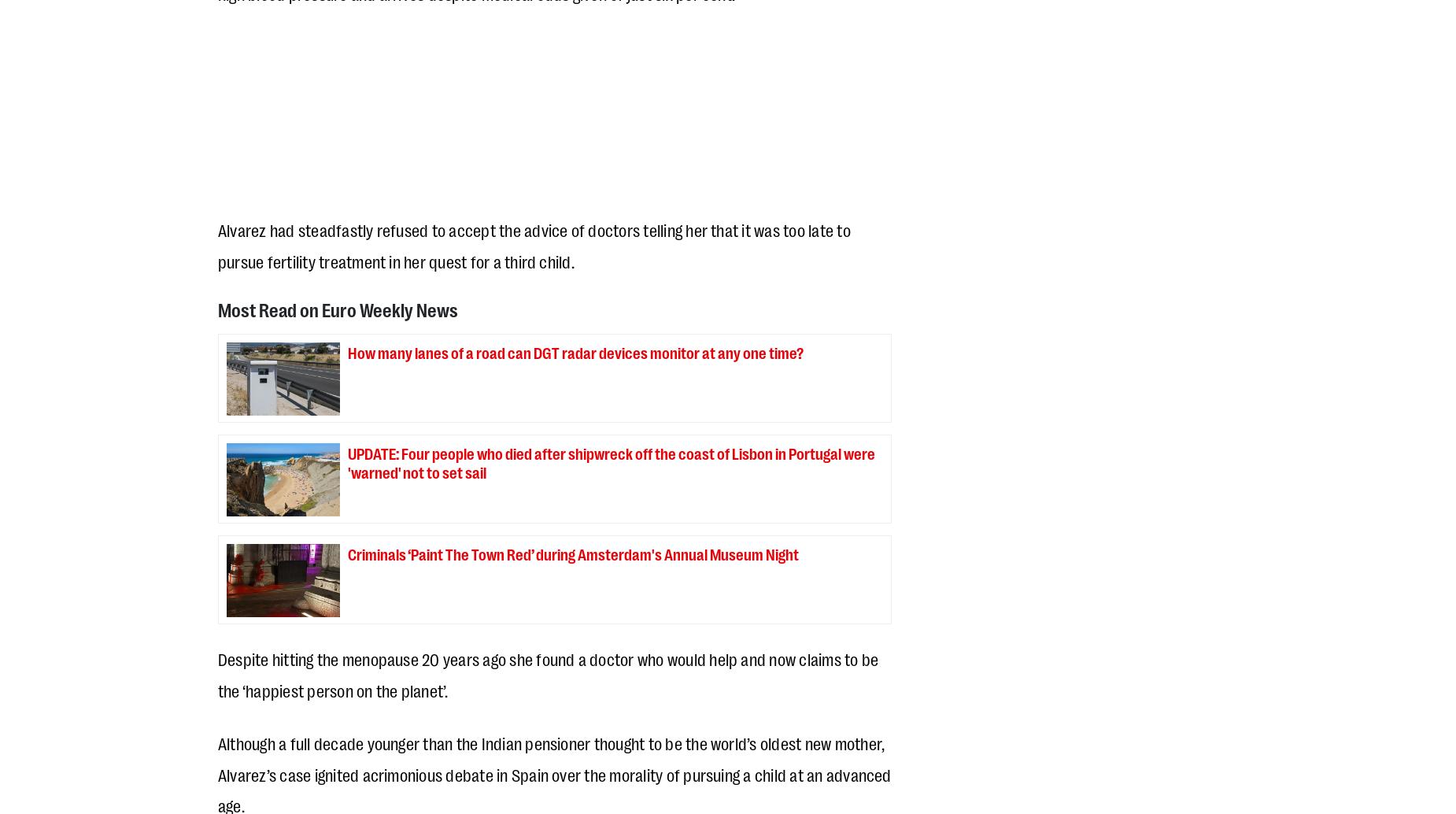 This screenshot has width=1456, height=814. Describe the element at coordinates (600, 46) in the screenshot. I see `'World News'` at that location.